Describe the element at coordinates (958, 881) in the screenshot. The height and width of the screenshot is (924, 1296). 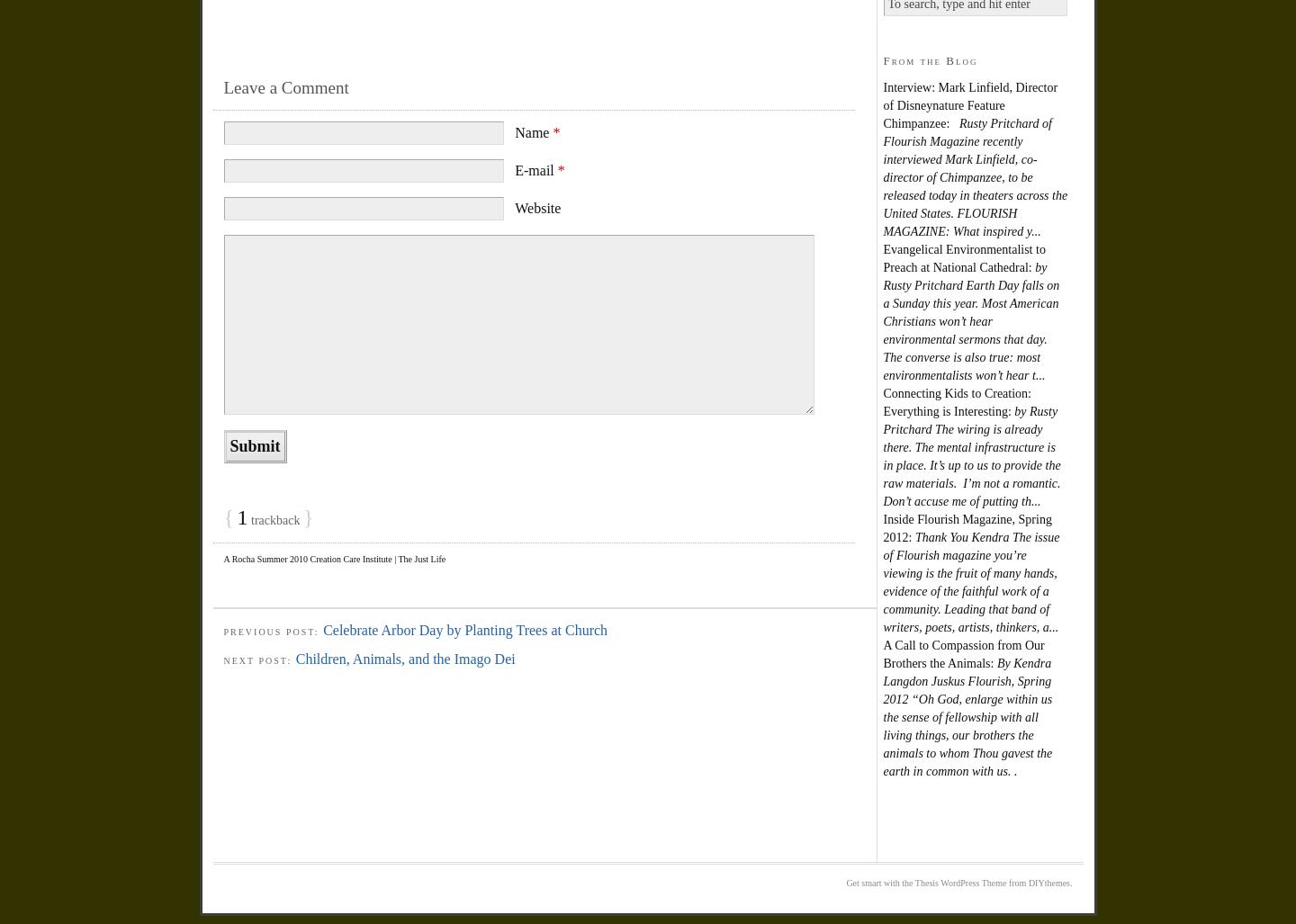
I see `'Get smart with the Thesis WordPress Theme from DIYthemes.'` at that location.